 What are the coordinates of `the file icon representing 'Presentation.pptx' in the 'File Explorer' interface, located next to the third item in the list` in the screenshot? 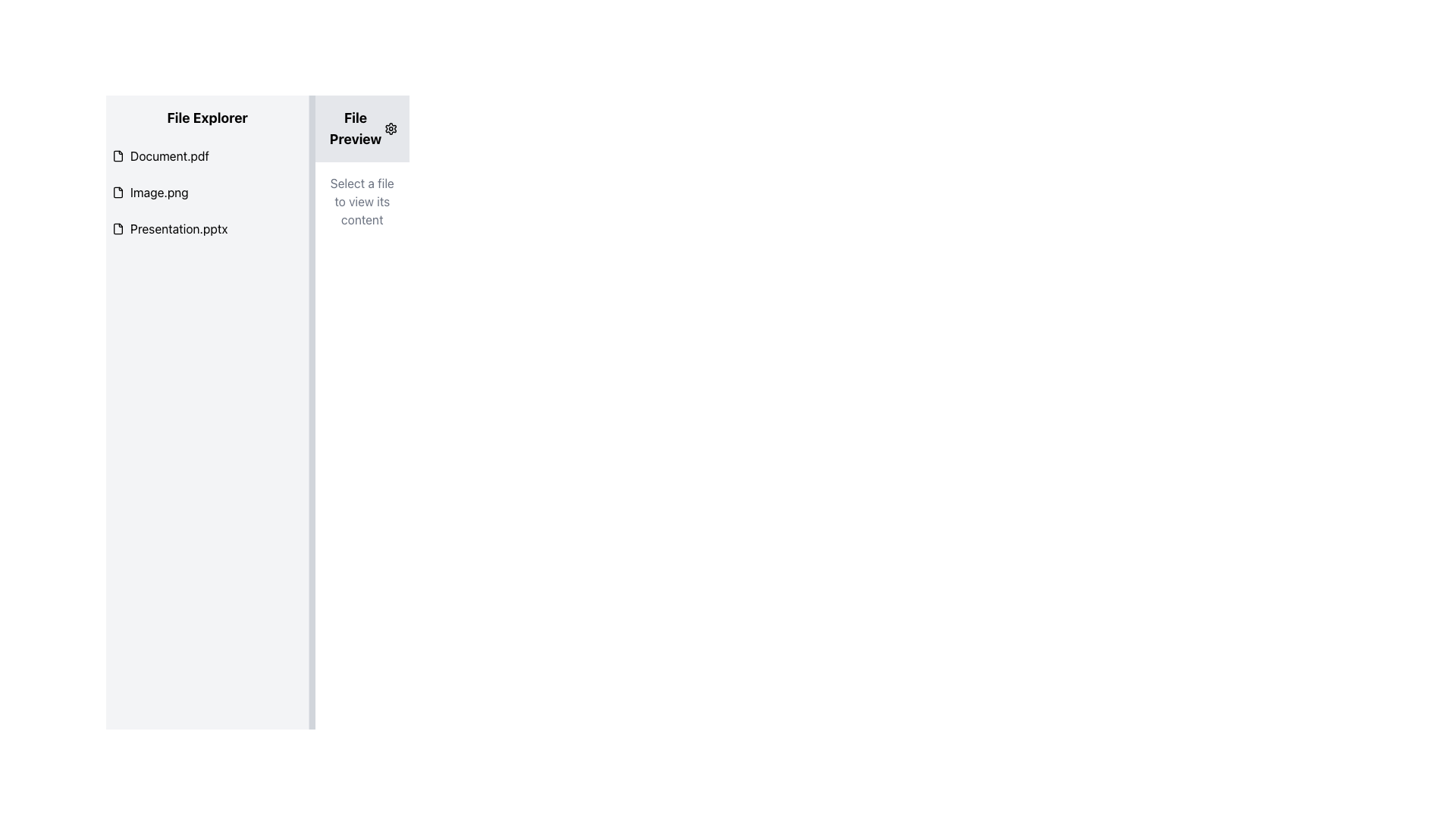 It's located at (118, 228).